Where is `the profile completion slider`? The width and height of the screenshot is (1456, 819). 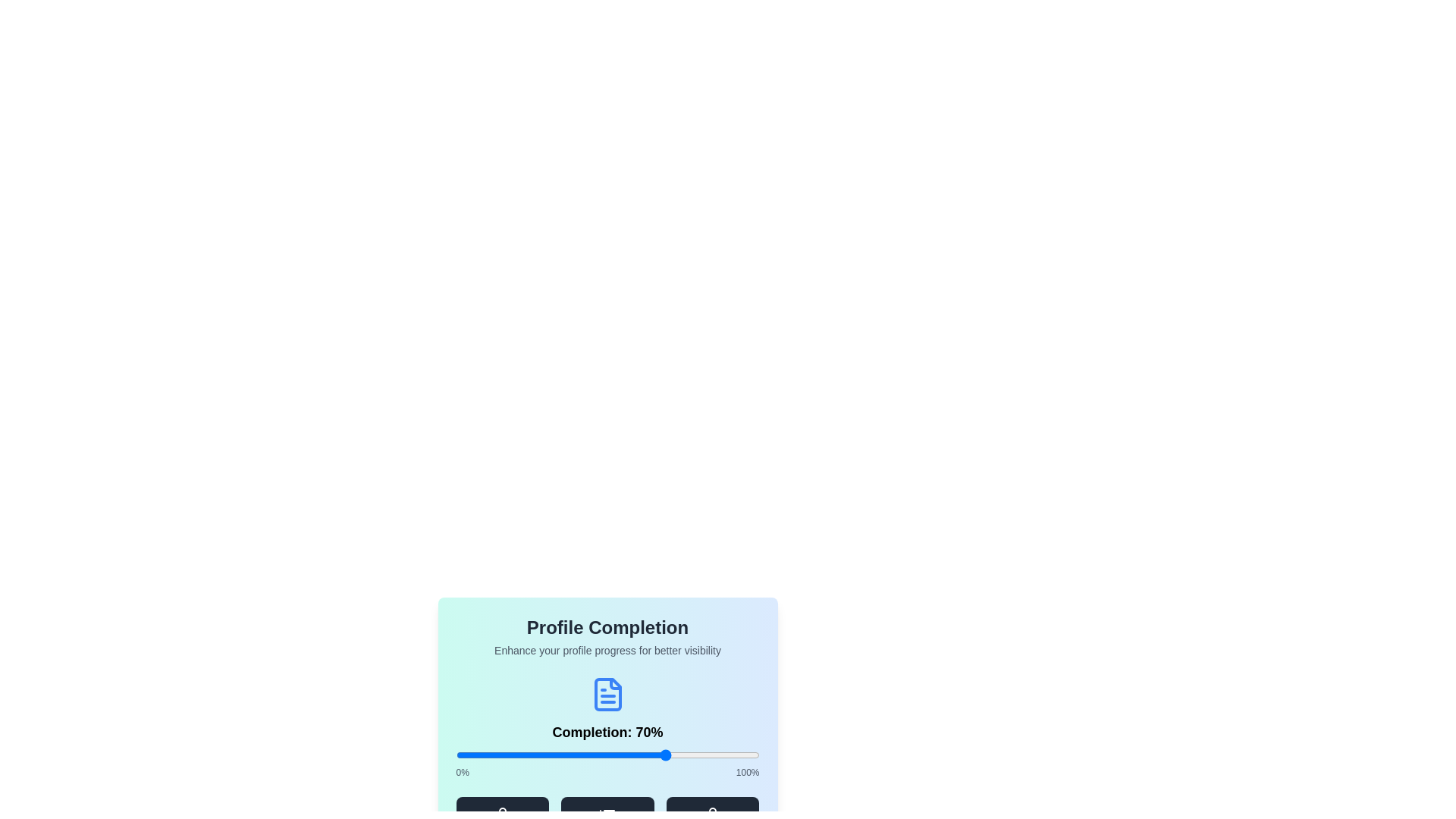
the profile completion slider is located at coordinates (549, 755).